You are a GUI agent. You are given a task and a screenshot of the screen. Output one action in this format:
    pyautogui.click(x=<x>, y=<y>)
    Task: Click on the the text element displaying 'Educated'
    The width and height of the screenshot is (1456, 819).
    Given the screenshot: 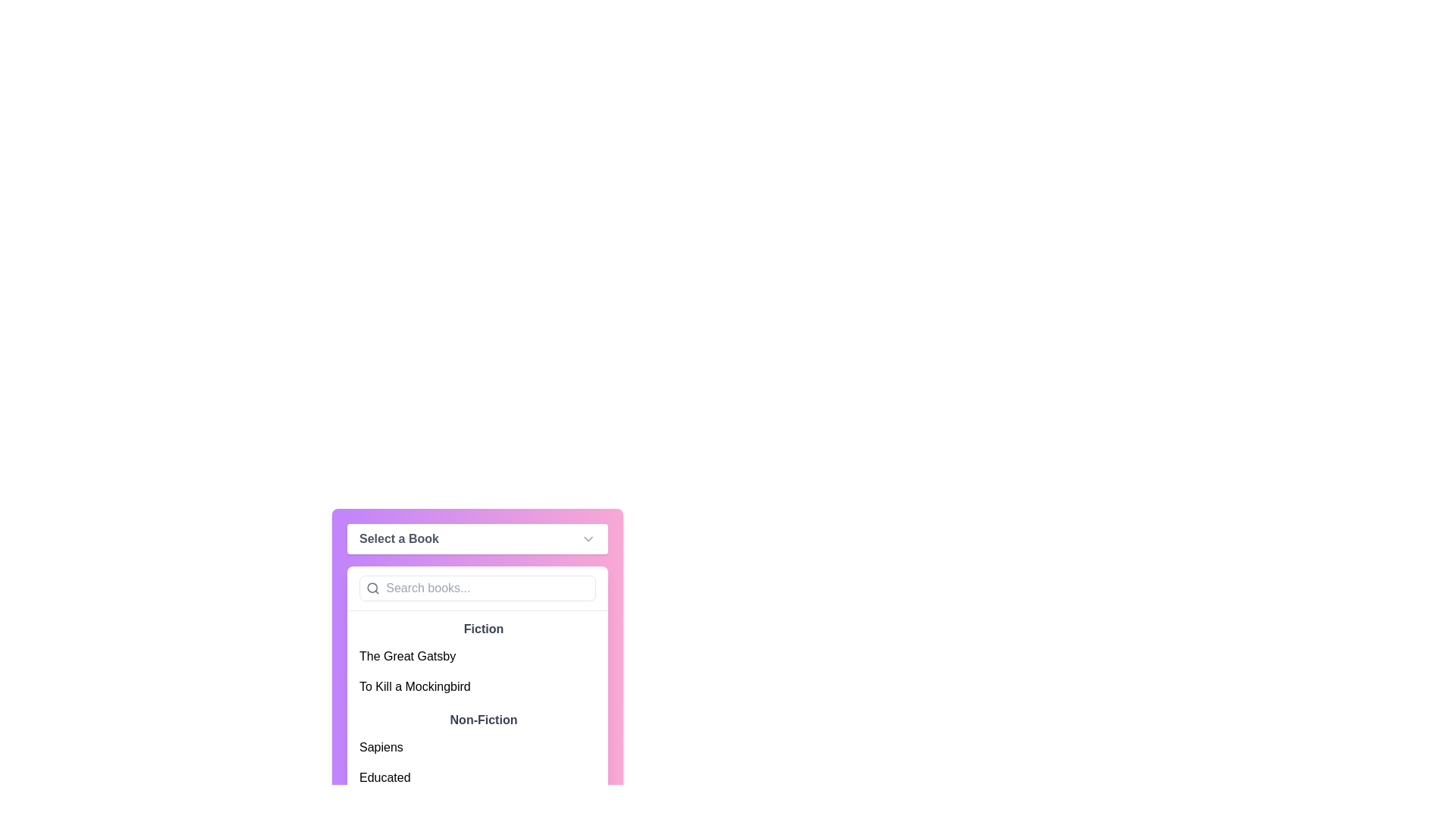 What is the action you would take?
    pyautogui.click(x=384, y=778)
    